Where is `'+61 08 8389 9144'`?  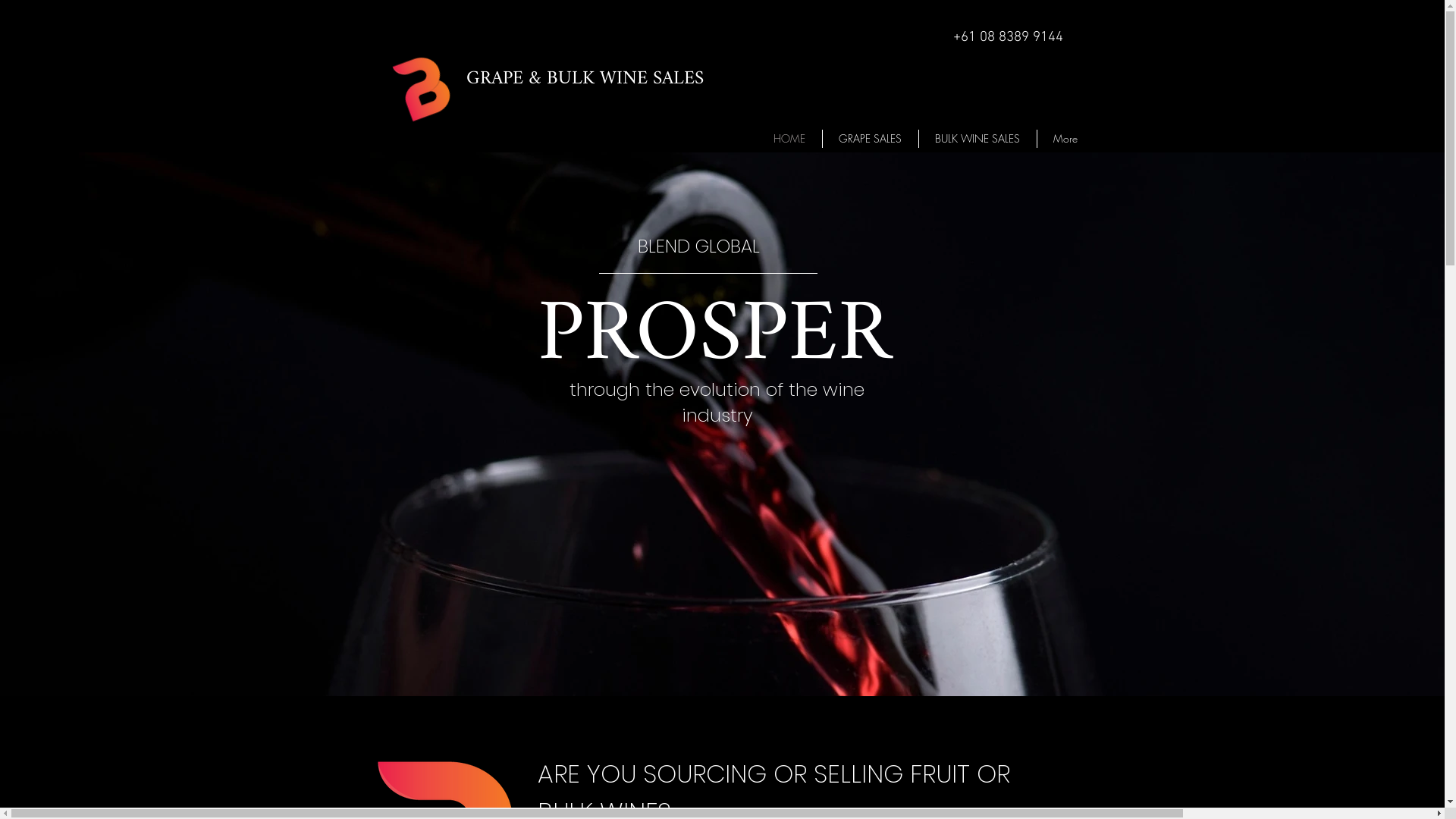
'+61 08 8389 9144' is located at coordinates (1007, 36).